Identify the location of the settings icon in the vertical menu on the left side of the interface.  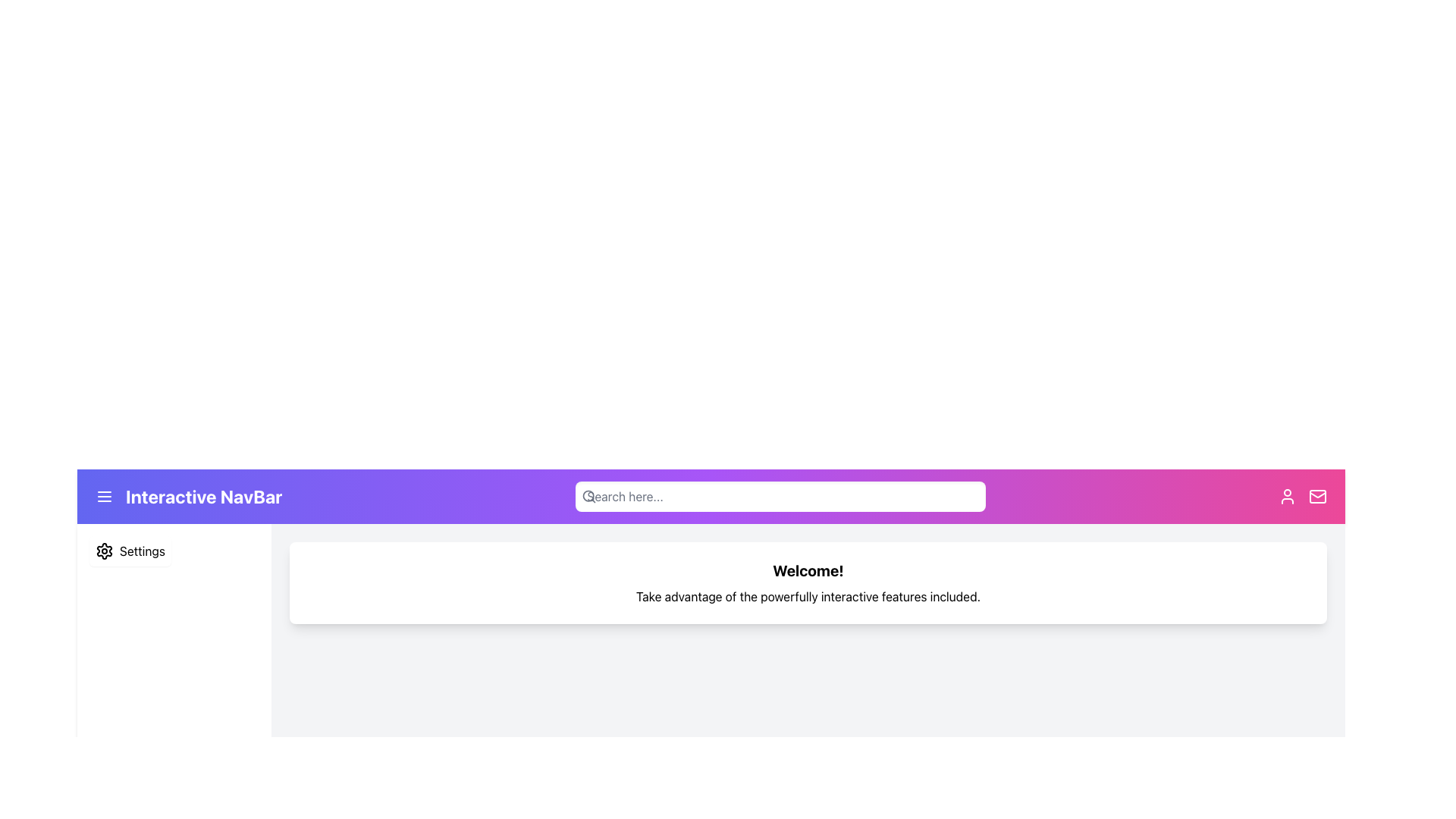
(104, 551).